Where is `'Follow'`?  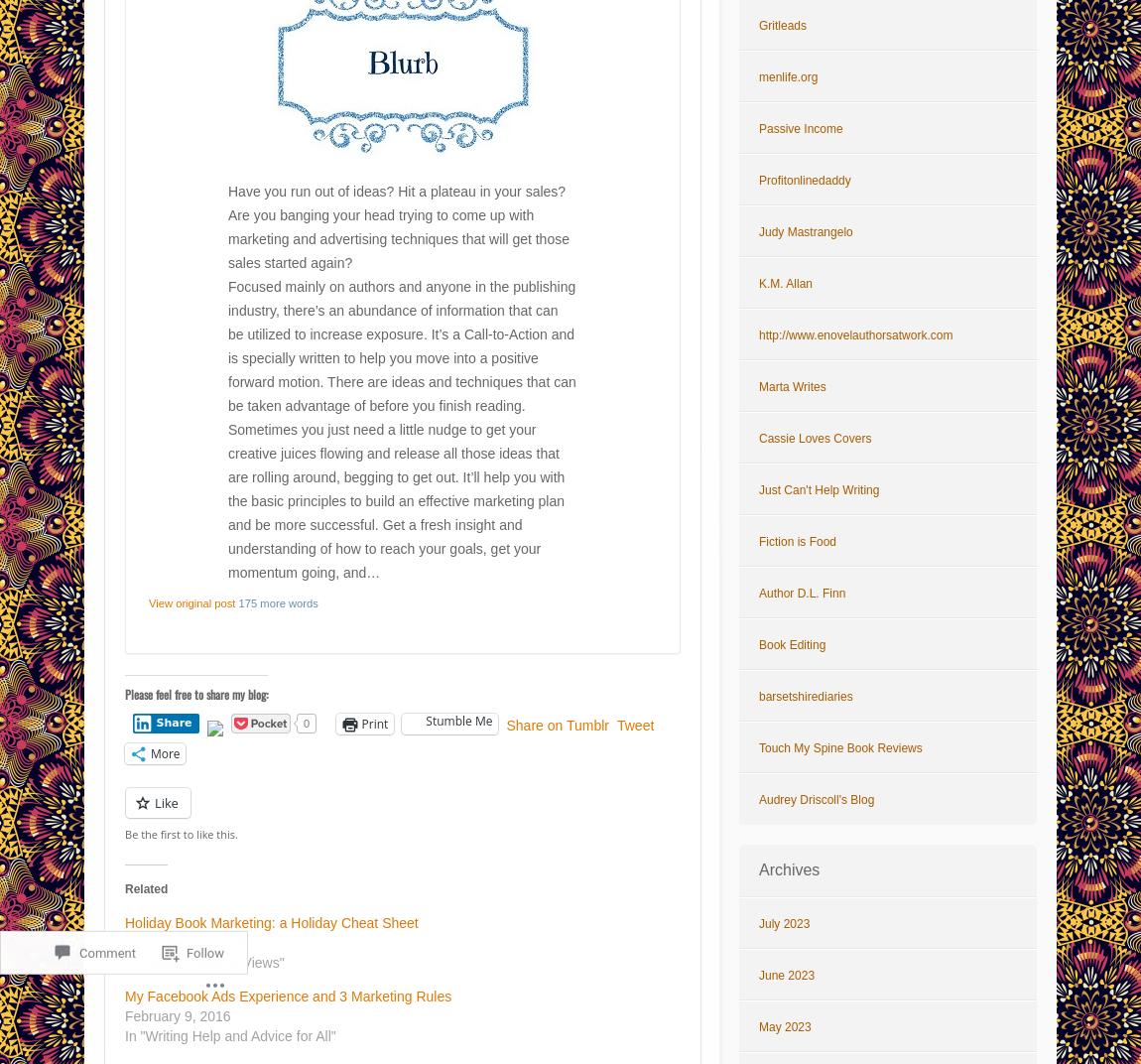 'Follow' is located at coordinates (204, 899).